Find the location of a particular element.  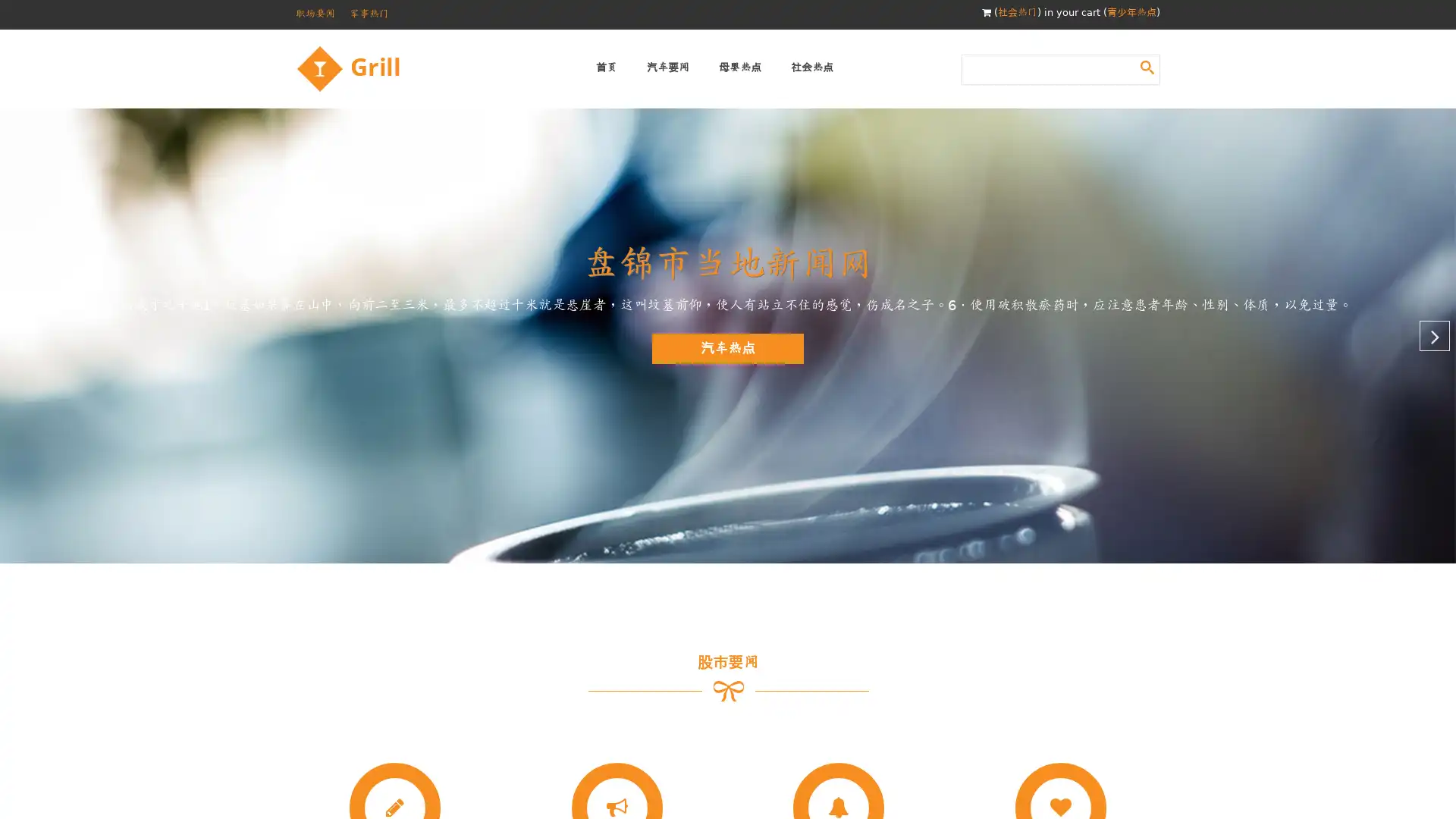

Submit is located at coordinates (1147, 66).